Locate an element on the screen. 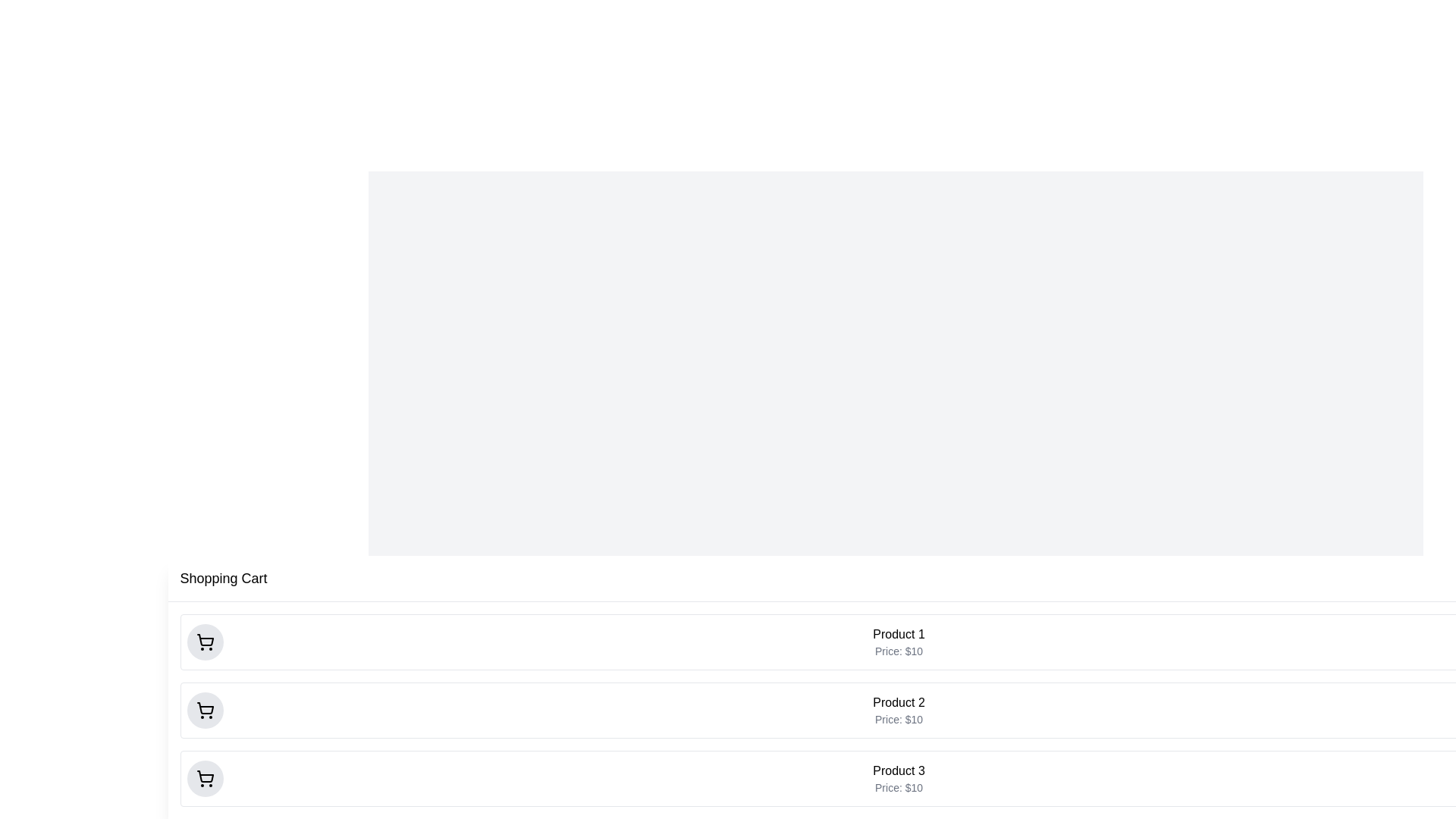 This screenshot has height=819, width=1456. the Text Label that serves as a descriptive title for the shopping cart overview, positioned at the far left of the header section is located at coordinates (223, 579).